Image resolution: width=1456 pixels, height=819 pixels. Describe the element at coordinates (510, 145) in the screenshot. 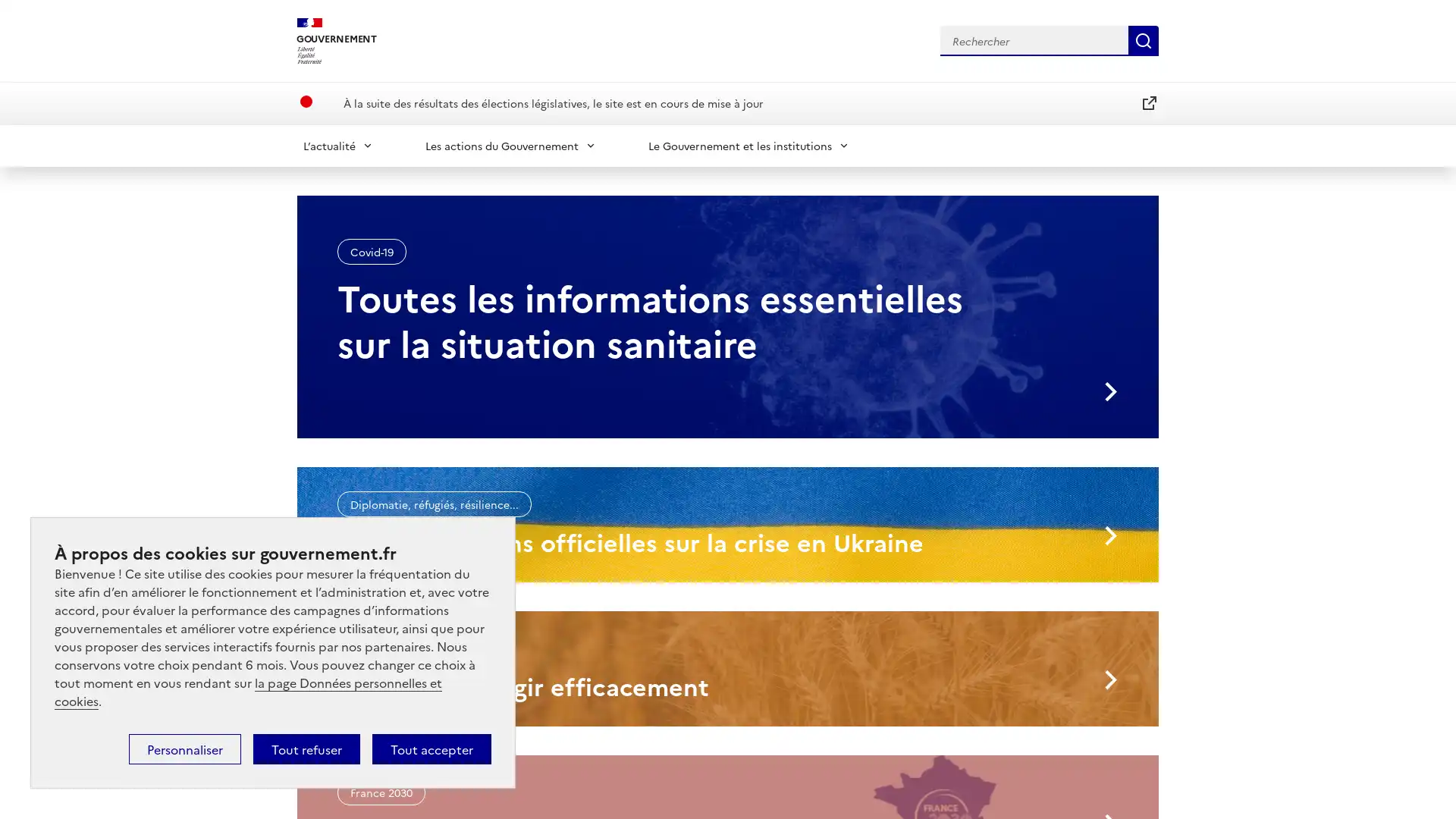

I see `Les actions du Gouvernement` at that location.